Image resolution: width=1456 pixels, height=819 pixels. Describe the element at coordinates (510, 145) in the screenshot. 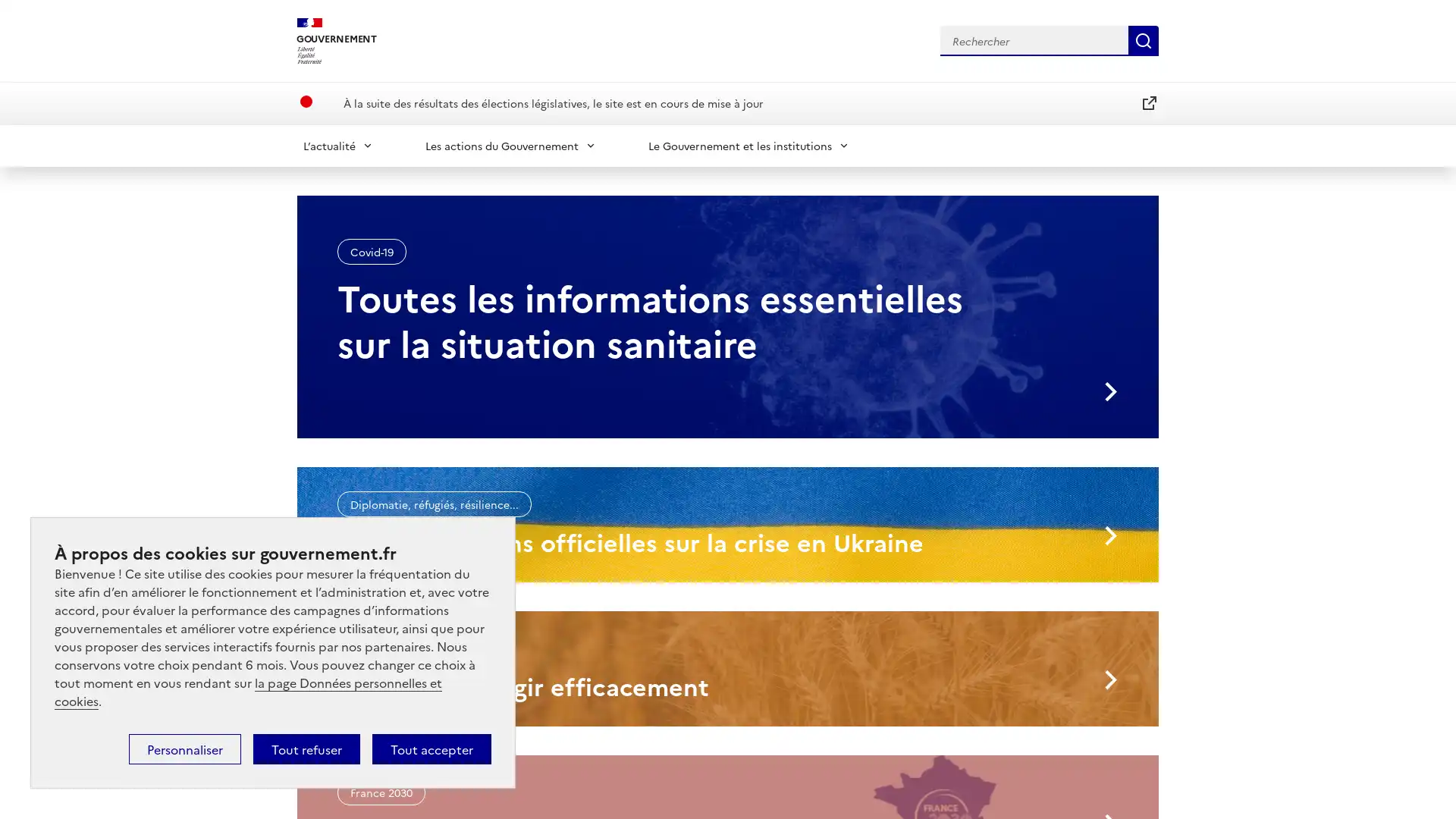

I see `Les actions du Gouvernement` at that location.